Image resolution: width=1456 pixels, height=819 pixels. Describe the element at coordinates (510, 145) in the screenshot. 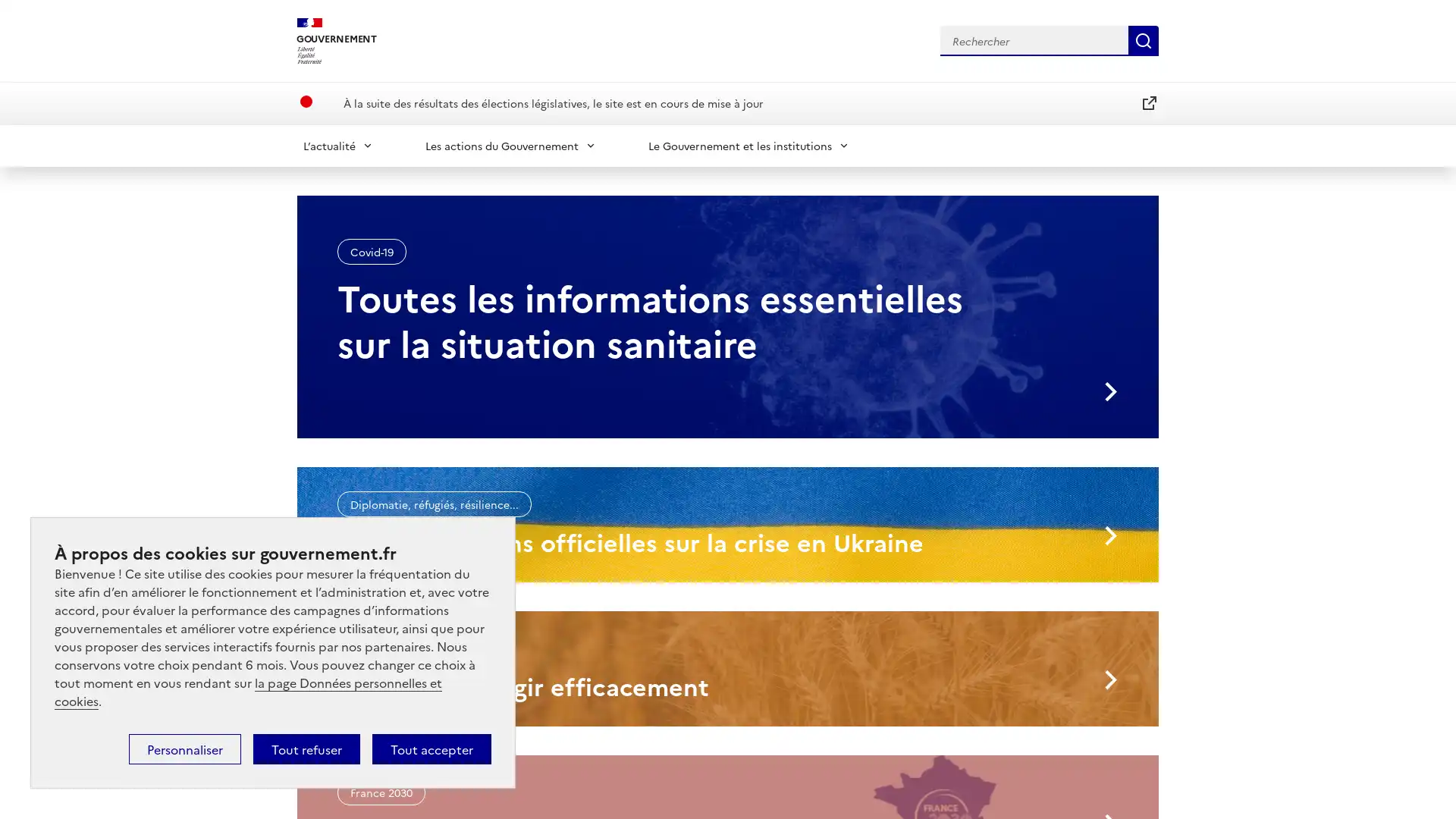

I see `Les actions du Gouvernement` at that location.